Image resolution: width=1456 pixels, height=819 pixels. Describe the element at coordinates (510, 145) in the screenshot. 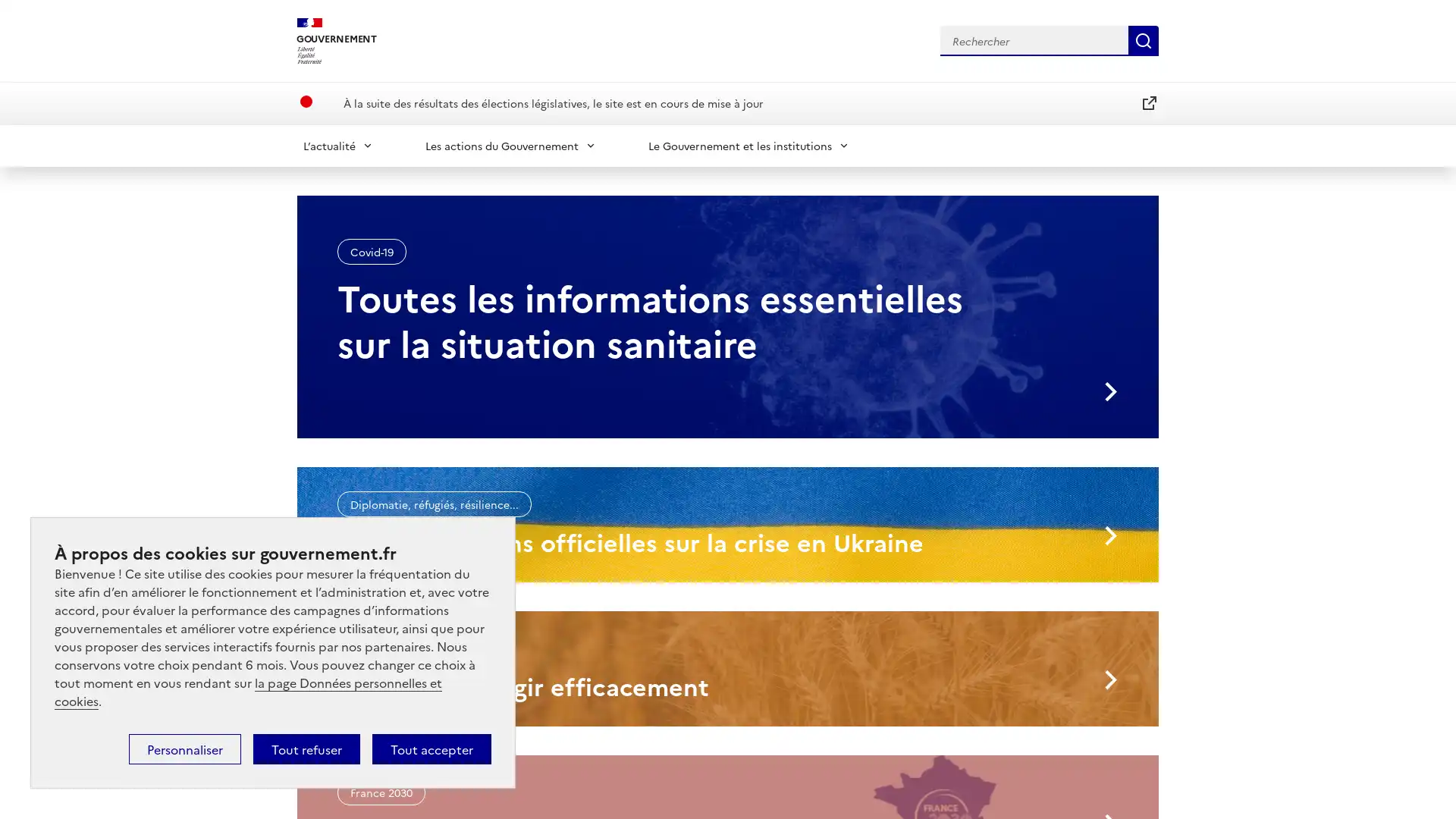

I see `Les actions du Gouvernement` at that location.